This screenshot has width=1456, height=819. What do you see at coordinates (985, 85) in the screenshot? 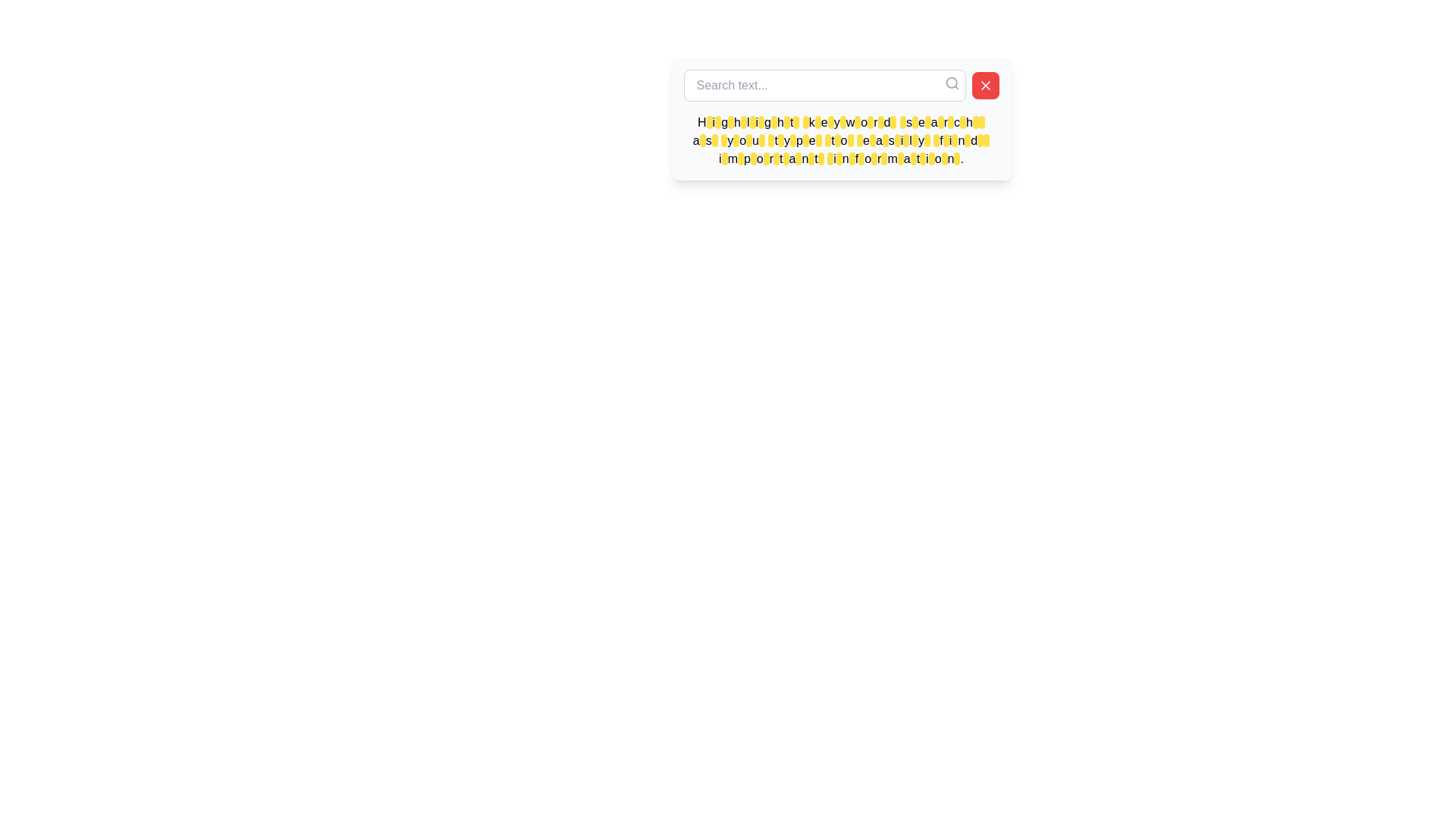
I see `the clear or close button located to the right of the search bar` at bounding box center [985, 85].